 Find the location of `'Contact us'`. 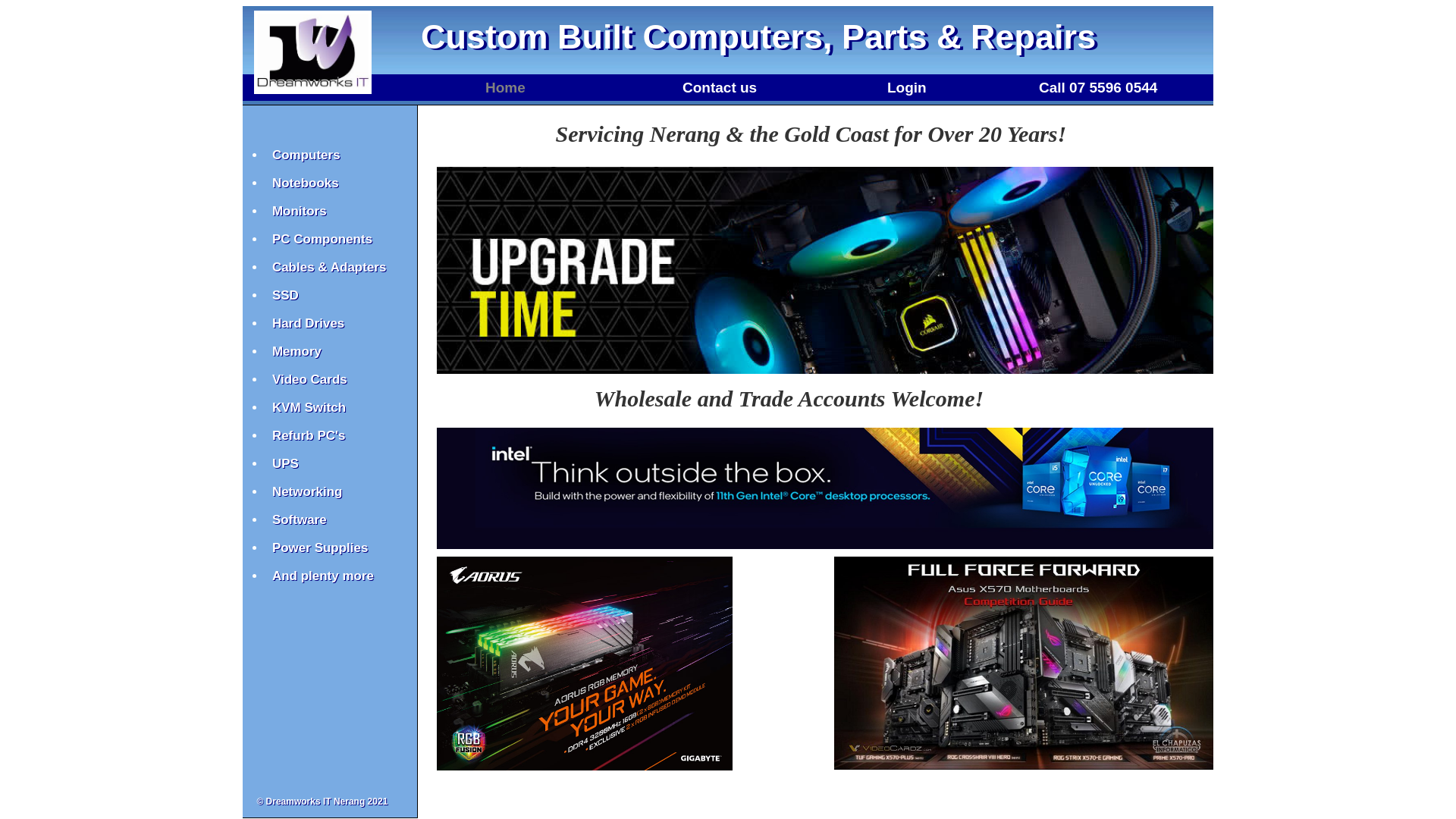

'Contact us' is located at coordinates (719, 87).